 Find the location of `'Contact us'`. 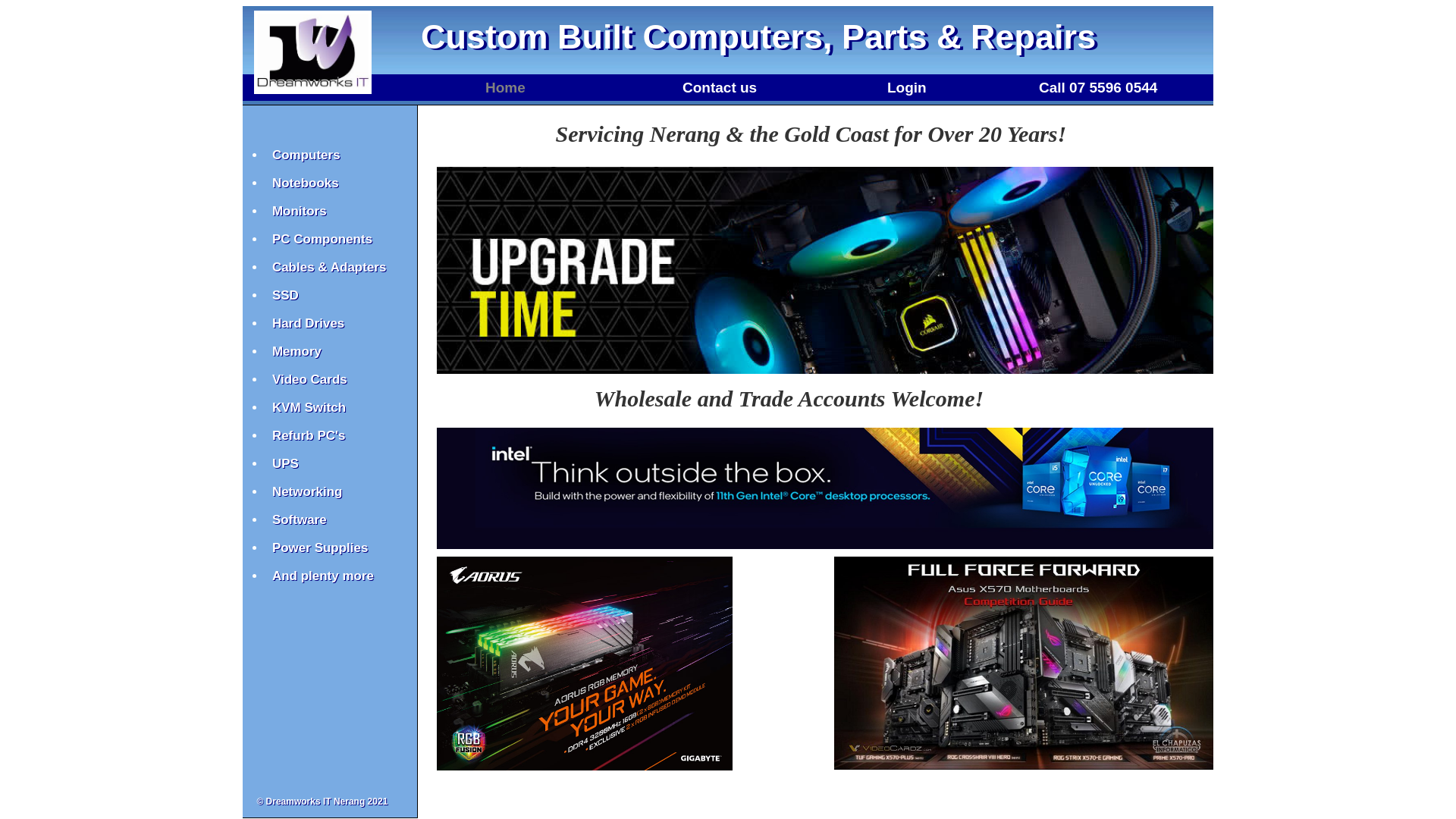

'Contact us' is located at coordinates (719, 87).